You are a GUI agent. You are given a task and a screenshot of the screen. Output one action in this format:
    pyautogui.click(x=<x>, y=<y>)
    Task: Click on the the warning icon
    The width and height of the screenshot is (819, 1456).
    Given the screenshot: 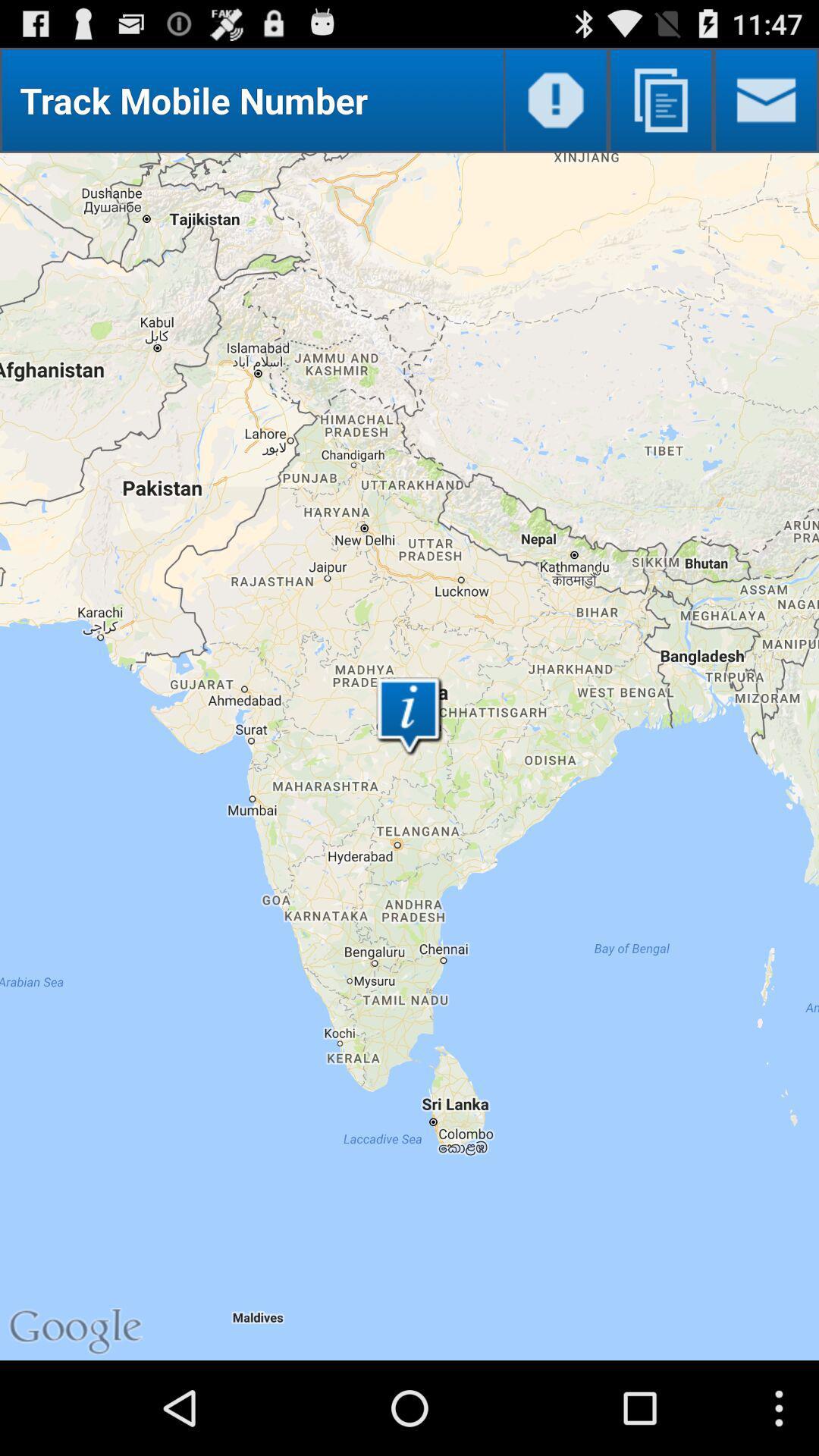 What is the action you would take?
    pyautogui.click(x=556, y=106)
    